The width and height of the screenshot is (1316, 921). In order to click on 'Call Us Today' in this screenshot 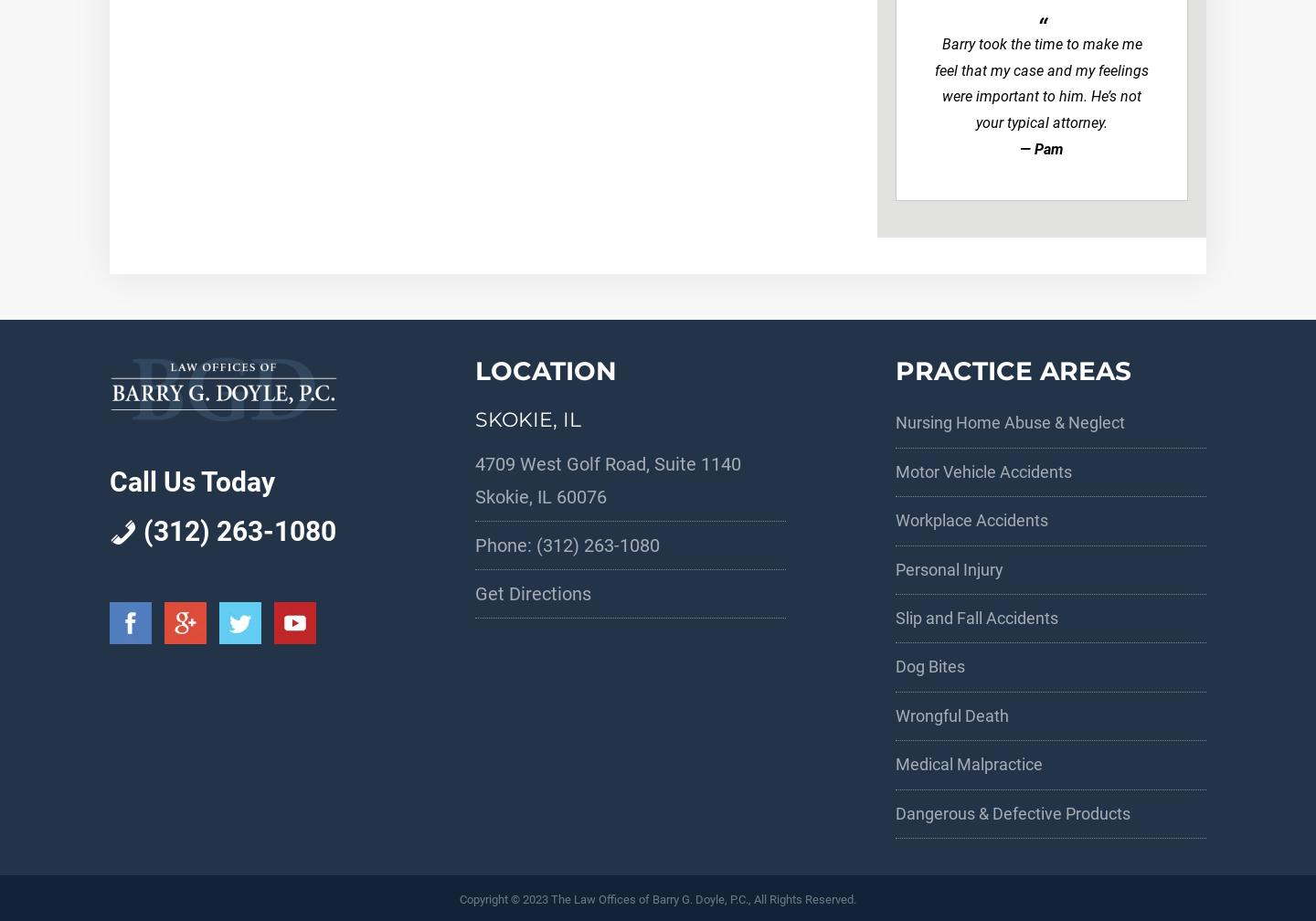, I will do `click(192, 482)`.